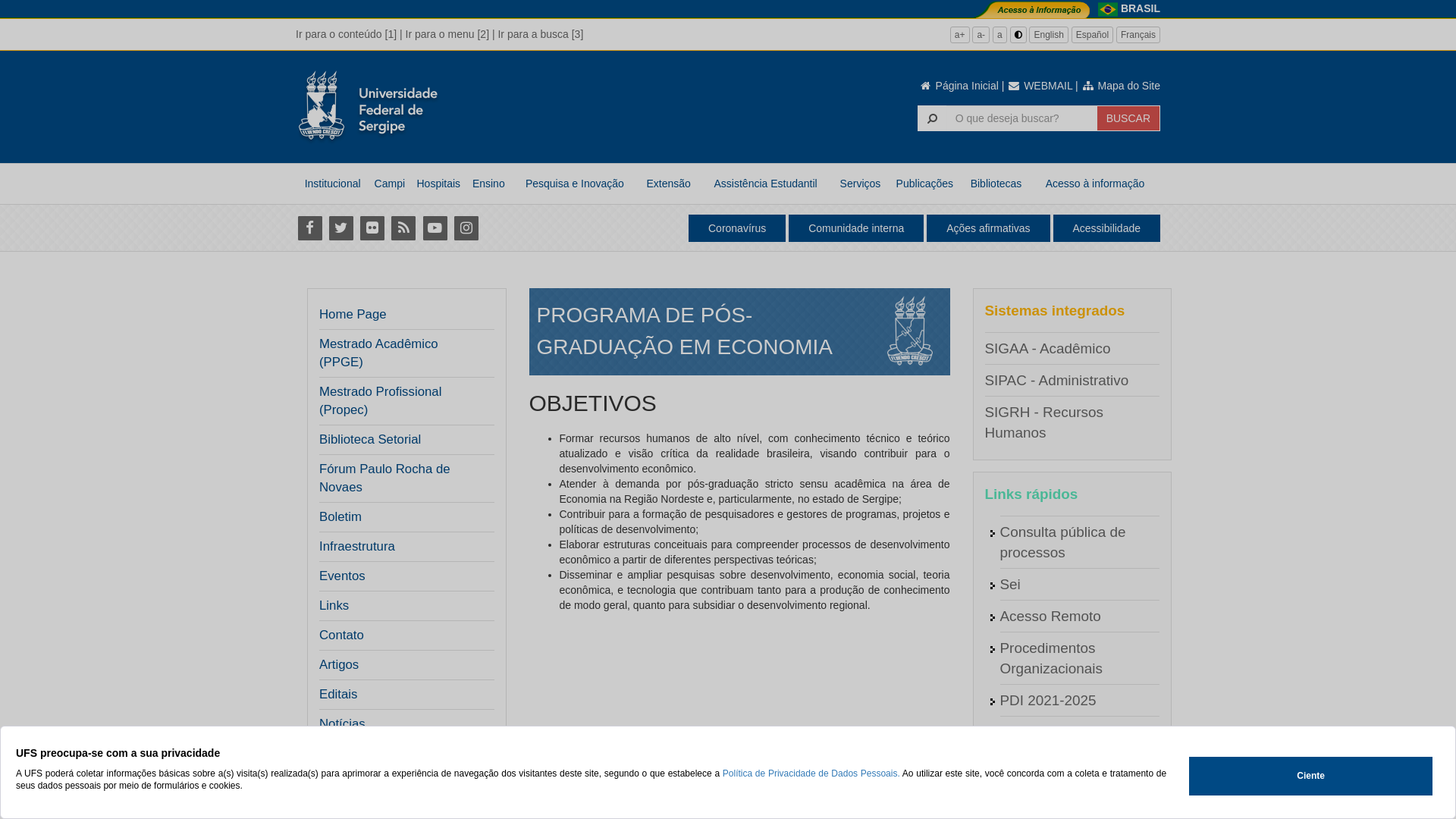  What do you see at coordinates (540, 34) in the screenshot?
I see `'Ir para a busca [3]'` at bounding box center [540, 34].